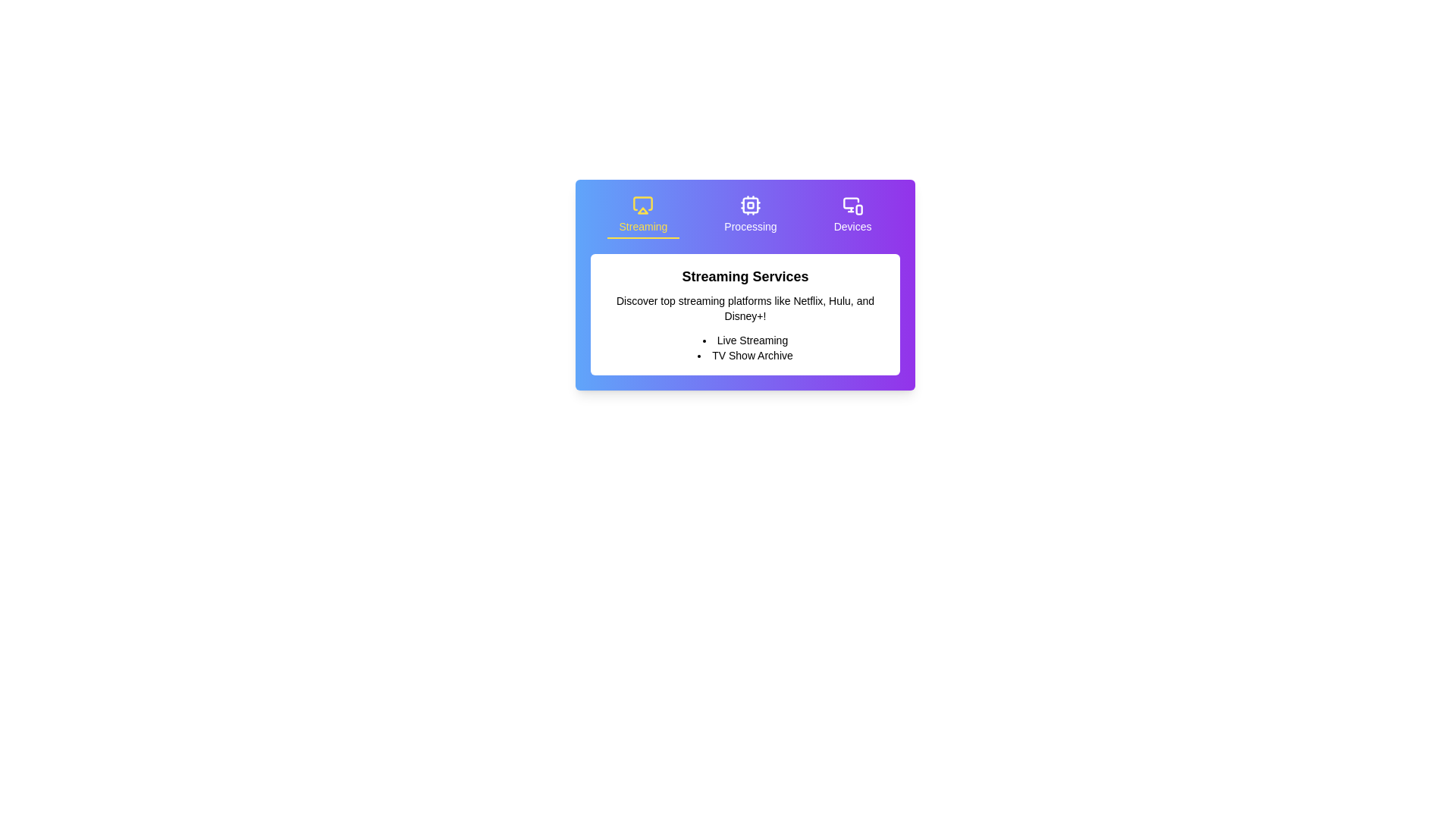 Image resolution: width=1456 pixels, height=819 pixels. I want to click on the 'Devices' menu item which includes a monitor and smartphone icon, so click(852, 214).